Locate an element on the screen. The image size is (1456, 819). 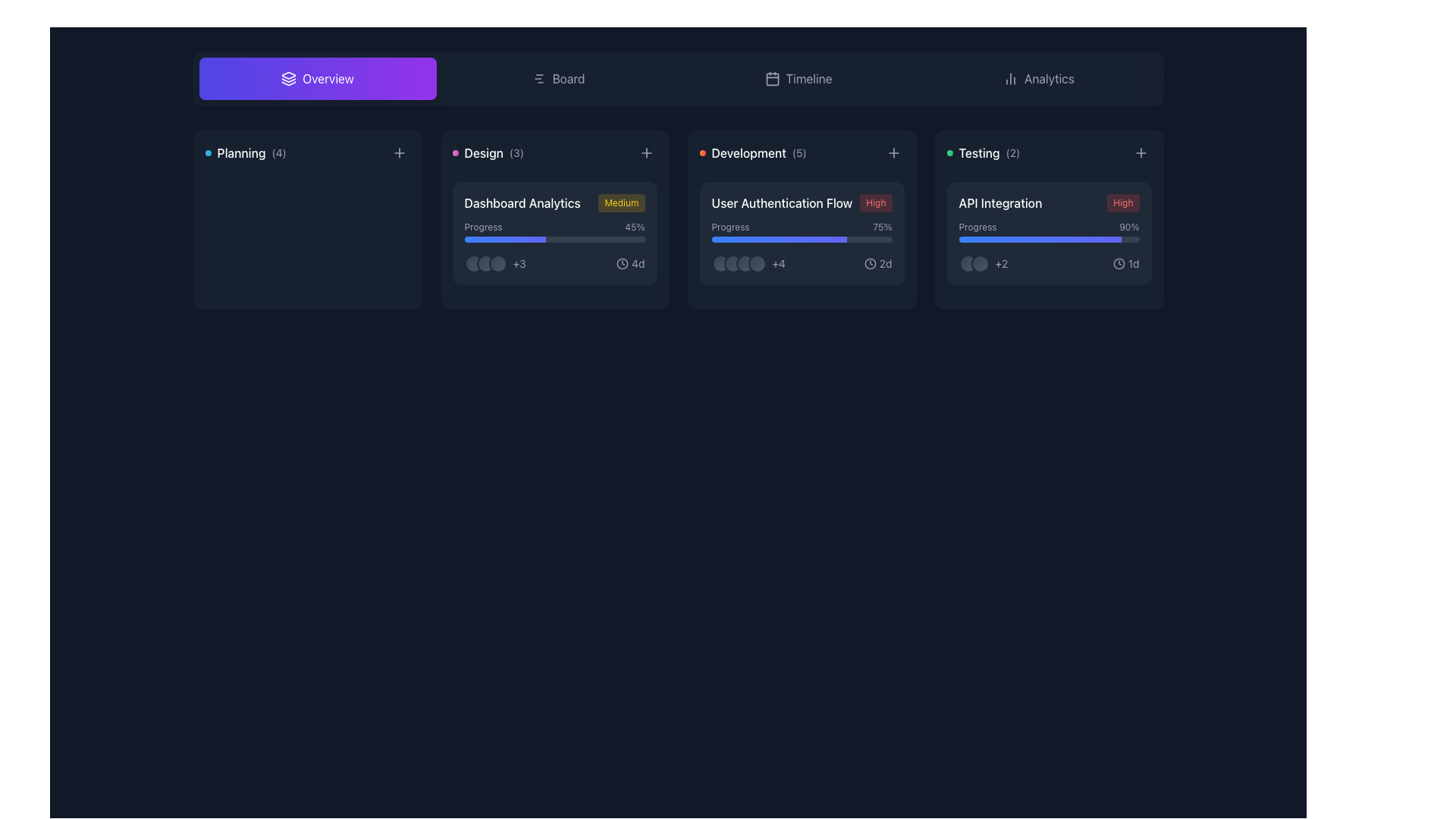
the displayed count of the static text indicator labeled '+4', which is located immediately to the right of the four overlapping circular avatars within the 'Development' card is located at coordinates (748, 262).